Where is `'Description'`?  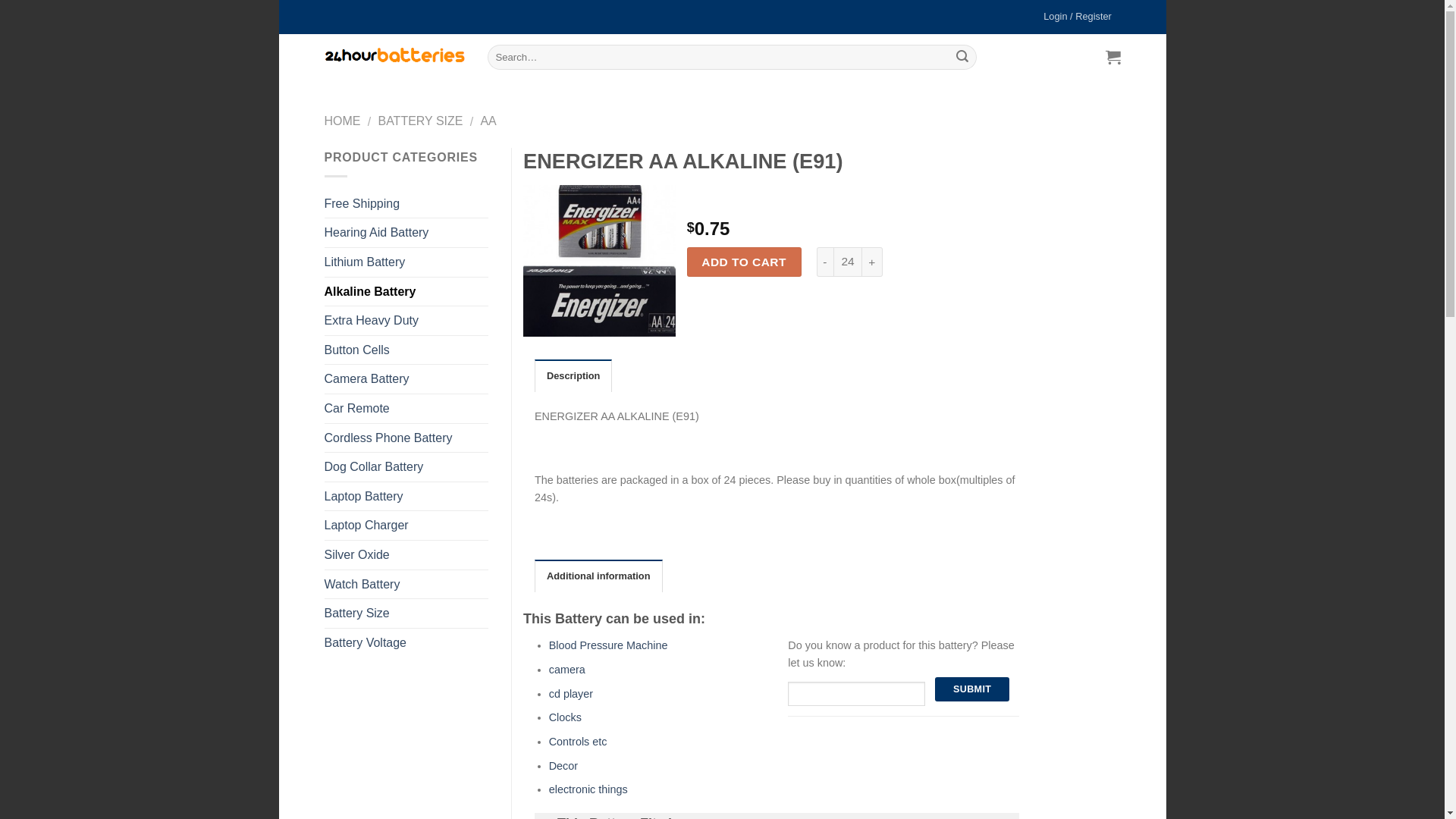
'Description' is located at coordinates (535, 375).